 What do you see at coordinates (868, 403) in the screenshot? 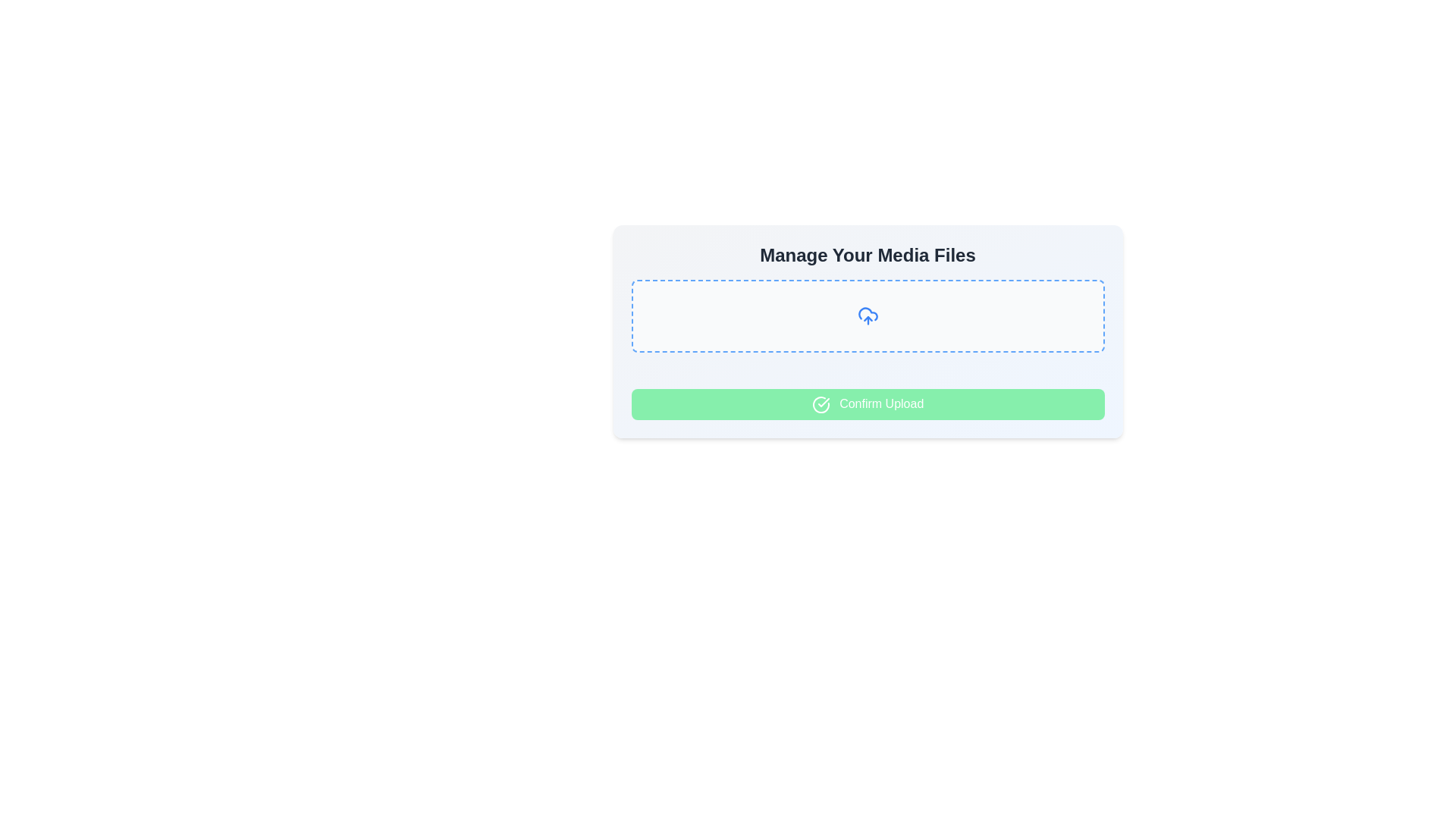
I see `the 'Confirm Upload' button, which has a light green background, rounded corners, and white text with a checkmark icon, located at the bottom of the 'Manage Your Media Files' section` at bounding box center [868, 403].